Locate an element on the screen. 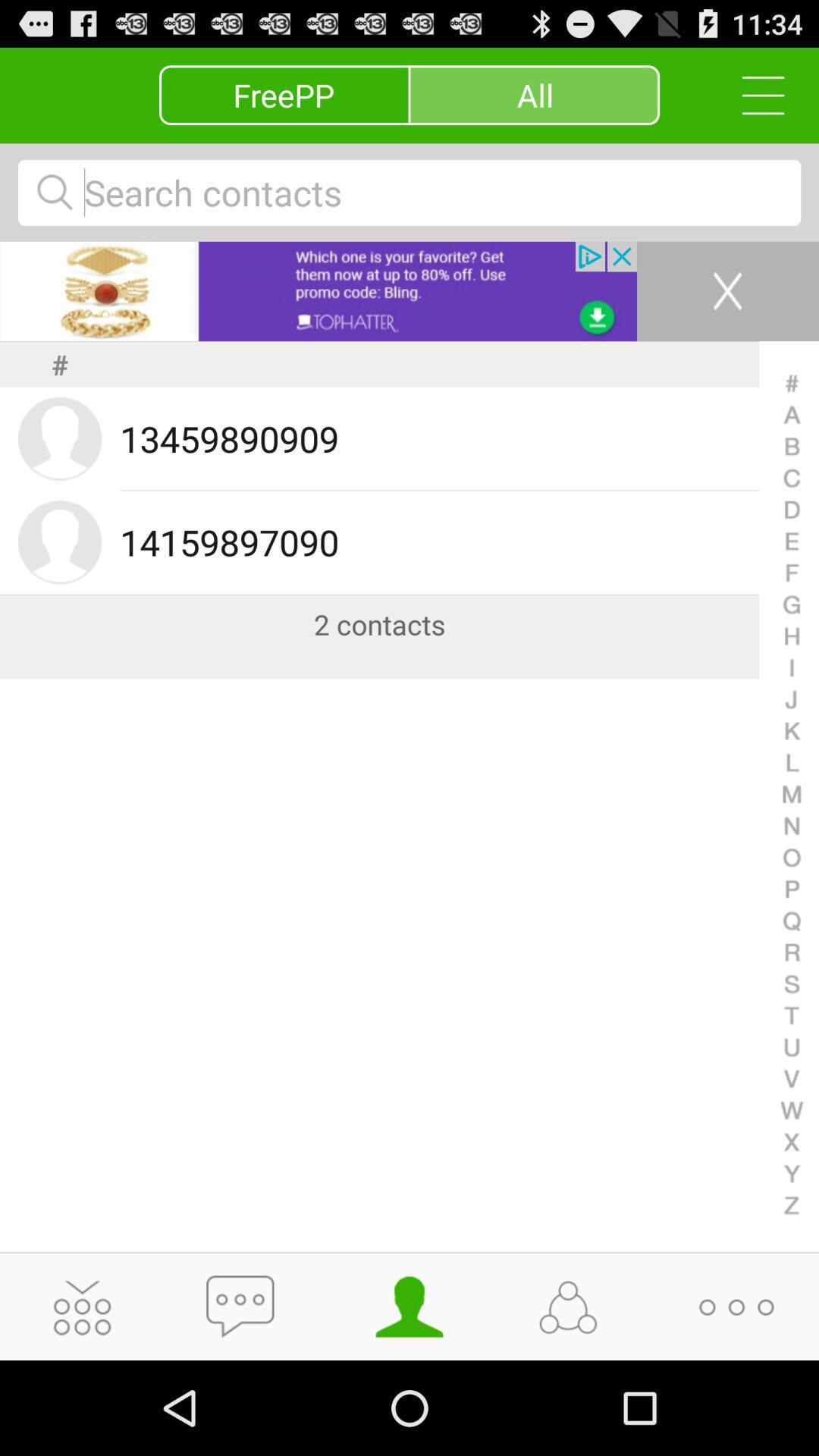 Image resolution: width=819 pixels, height=1456 pixels. the avatar icon is located at coordinates (409, 1397).